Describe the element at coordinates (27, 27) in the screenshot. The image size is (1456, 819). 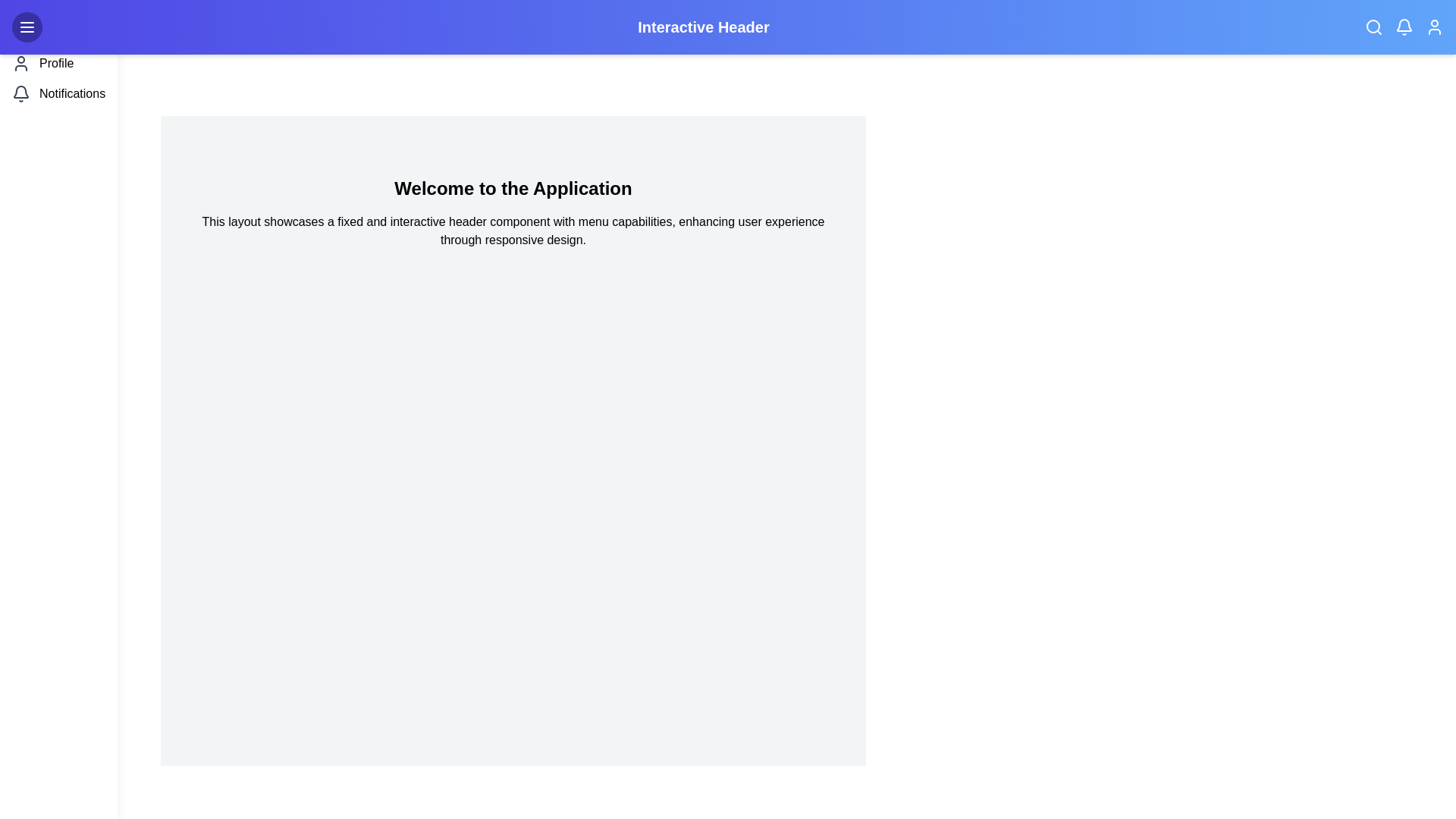
I see `the menu toggle button located at the top-left corner of the interface` at that location.